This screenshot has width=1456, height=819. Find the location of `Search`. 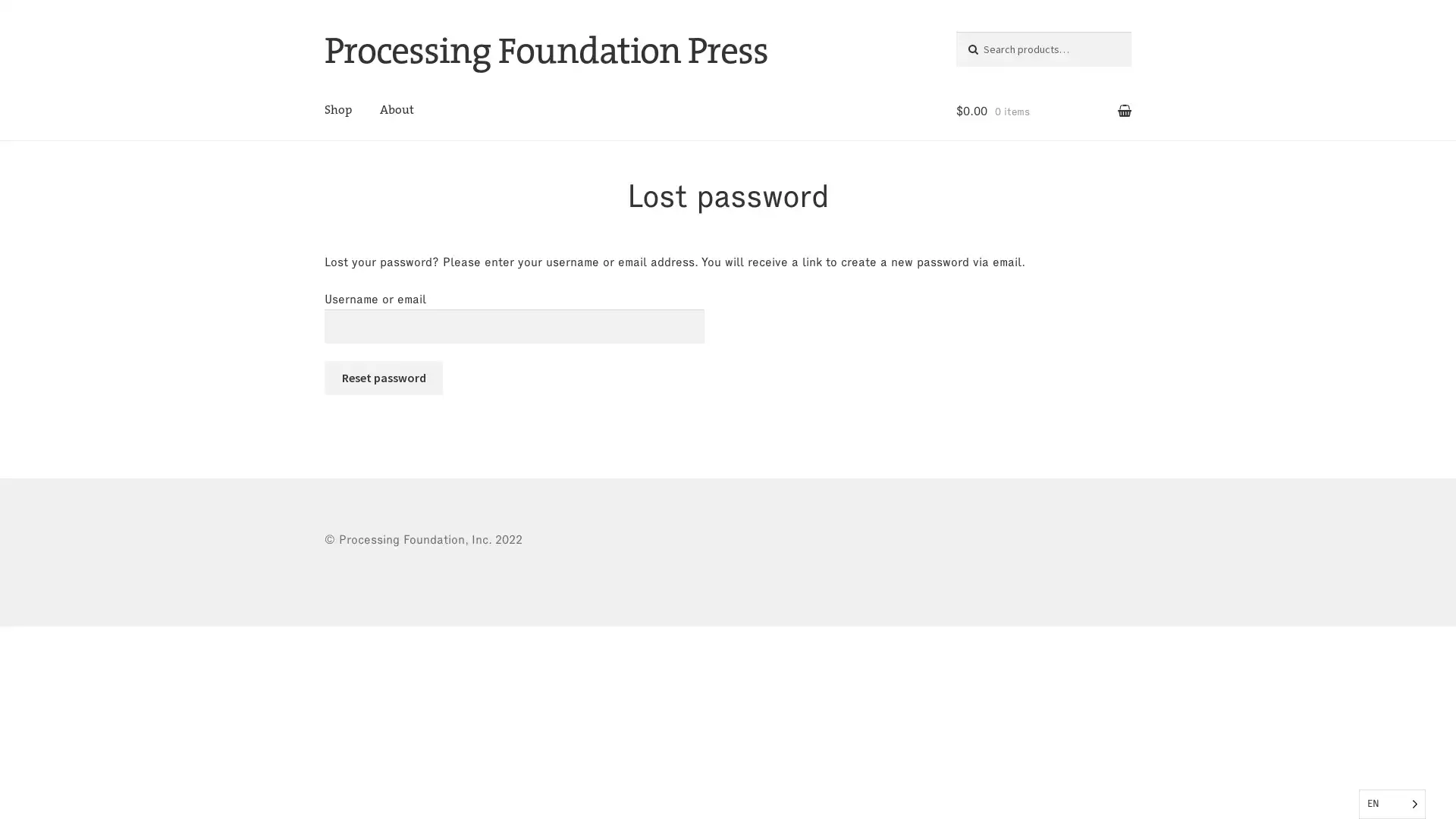

Search is located at coordinates (987, 45).